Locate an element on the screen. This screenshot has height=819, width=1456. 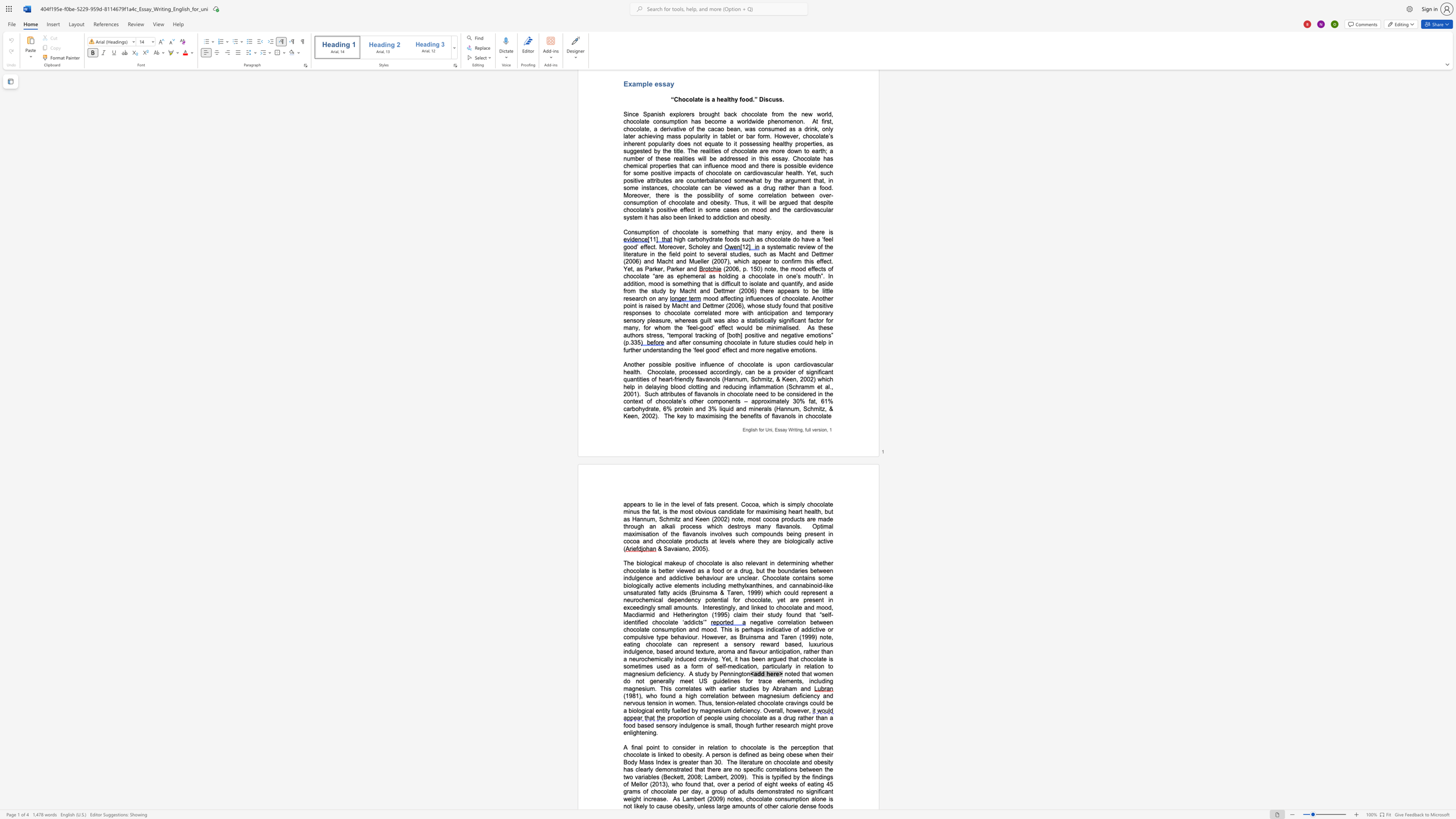
the subset text "o cause obesity, unle" within the text "As Lambert (2009) notes, chocolate consumption alone is not likely to cause obesity, unless" is located at coordinates (650, 806).